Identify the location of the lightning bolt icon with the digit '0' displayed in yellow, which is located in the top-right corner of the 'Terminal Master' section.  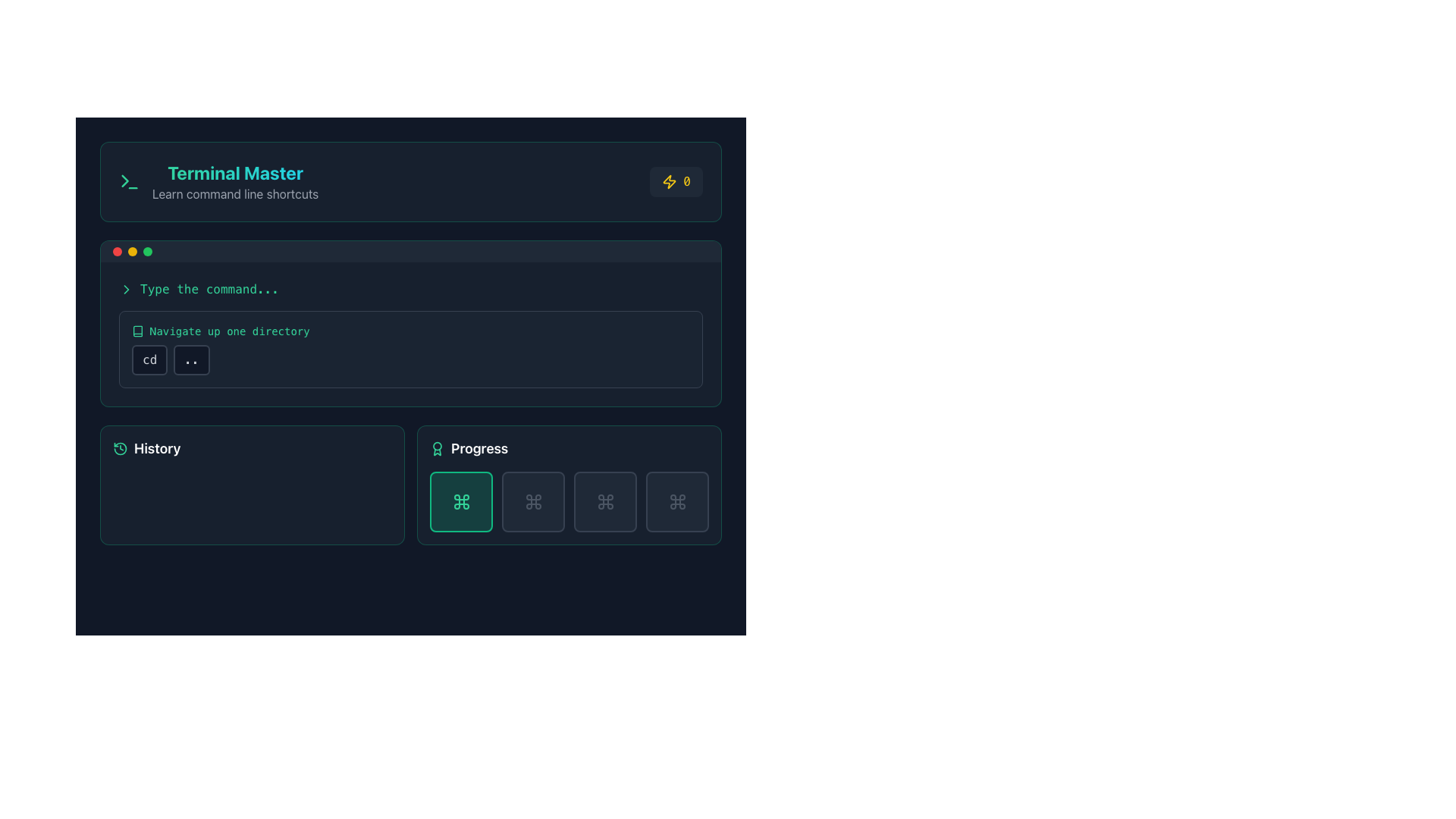
(676, 180).